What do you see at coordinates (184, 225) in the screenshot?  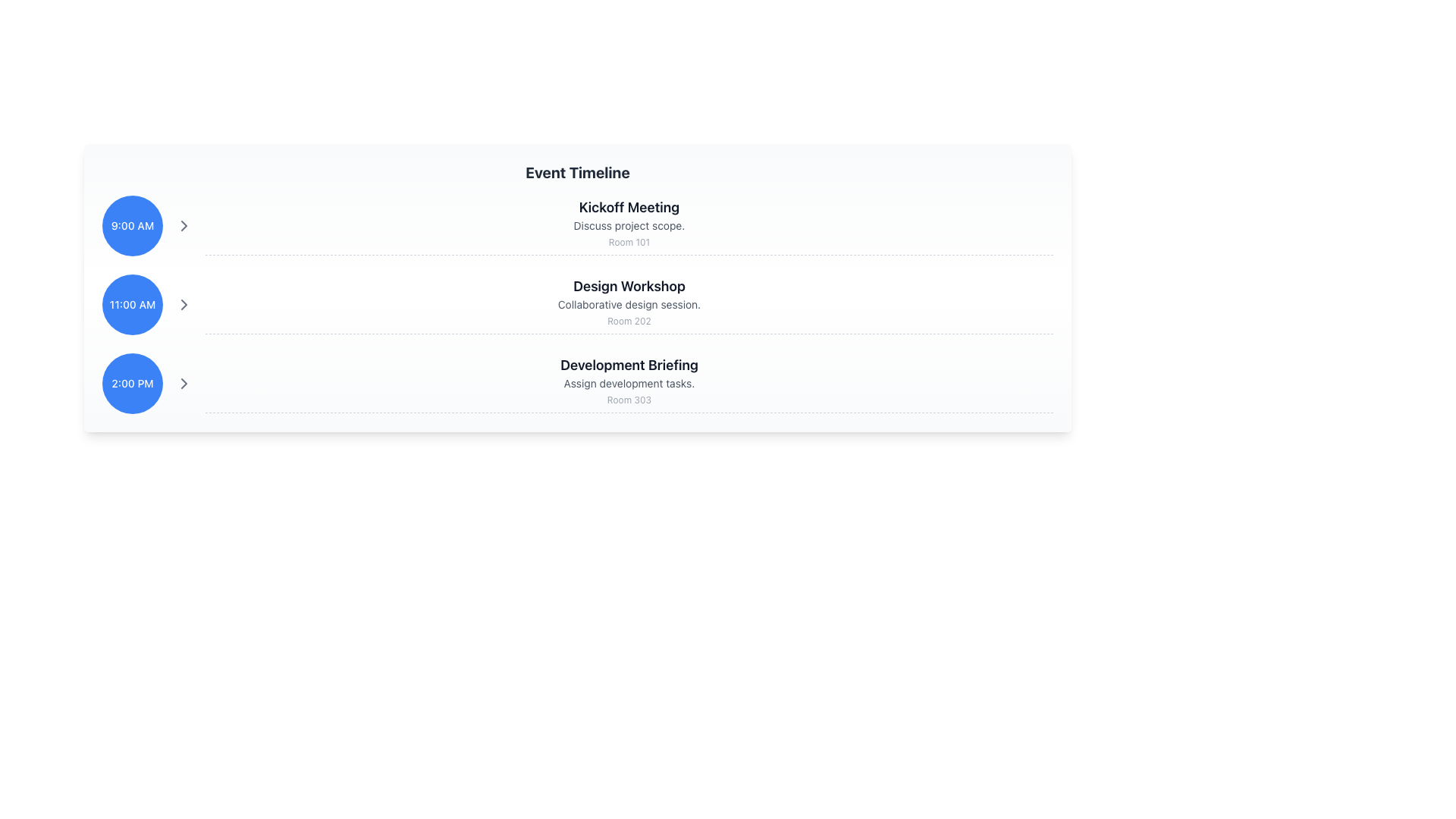 I see `the navigation icon located to the right of the '9:00 AM' label` at bounding box center [184, 225].